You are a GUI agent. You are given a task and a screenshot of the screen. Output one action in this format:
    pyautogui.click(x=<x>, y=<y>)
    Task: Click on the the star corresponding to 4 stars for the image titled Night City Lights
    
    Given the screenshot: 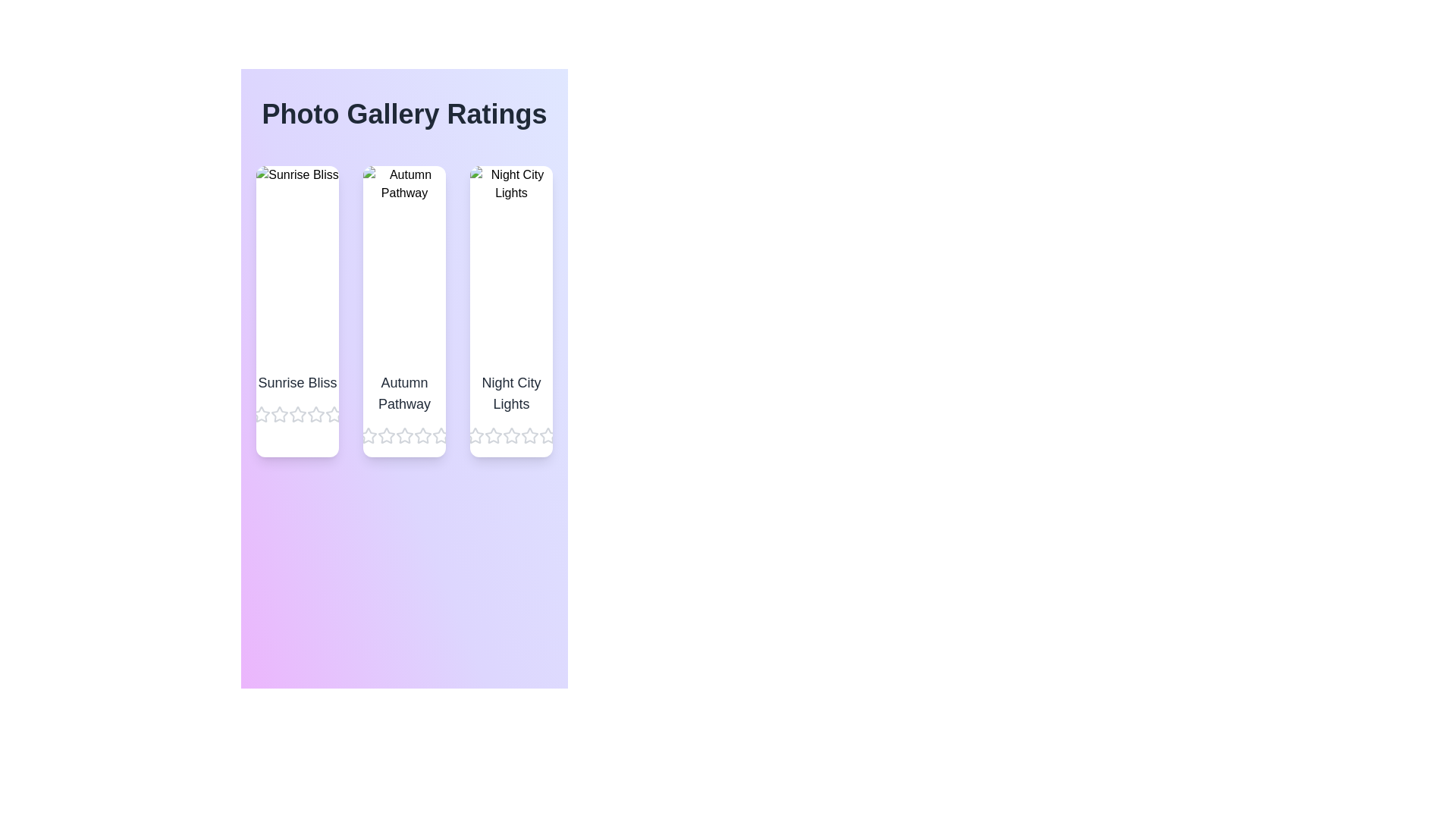 What is the action you would take?
    pyautogui.click(x=529, y=435)
    